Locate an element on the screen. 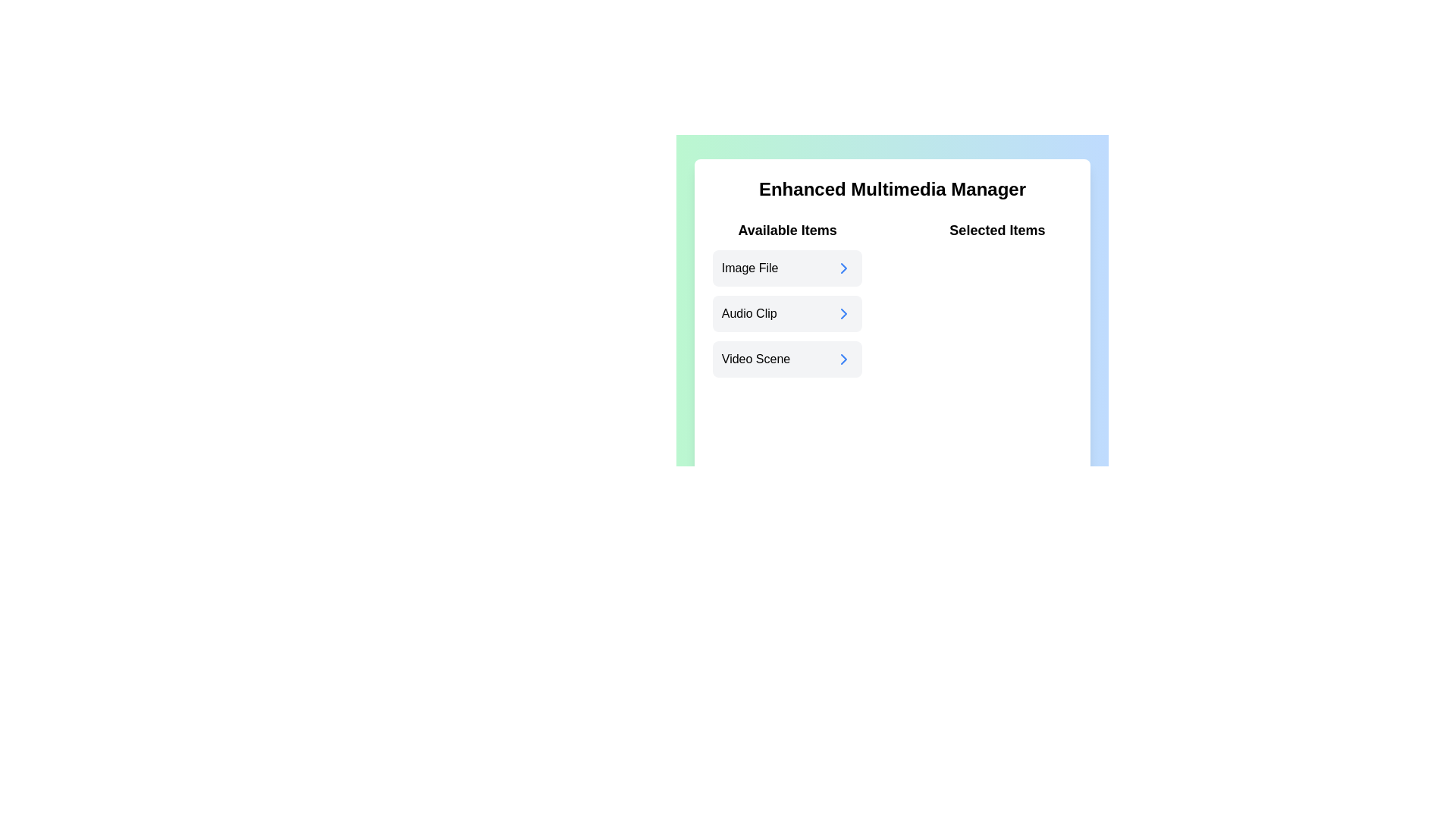 The height and width of the screenshot is (819, 1456). the header text labeled 'Selected Items' which is styled in bold and is located in the upper center-right section of the interface is located at coordinates (997, 231).